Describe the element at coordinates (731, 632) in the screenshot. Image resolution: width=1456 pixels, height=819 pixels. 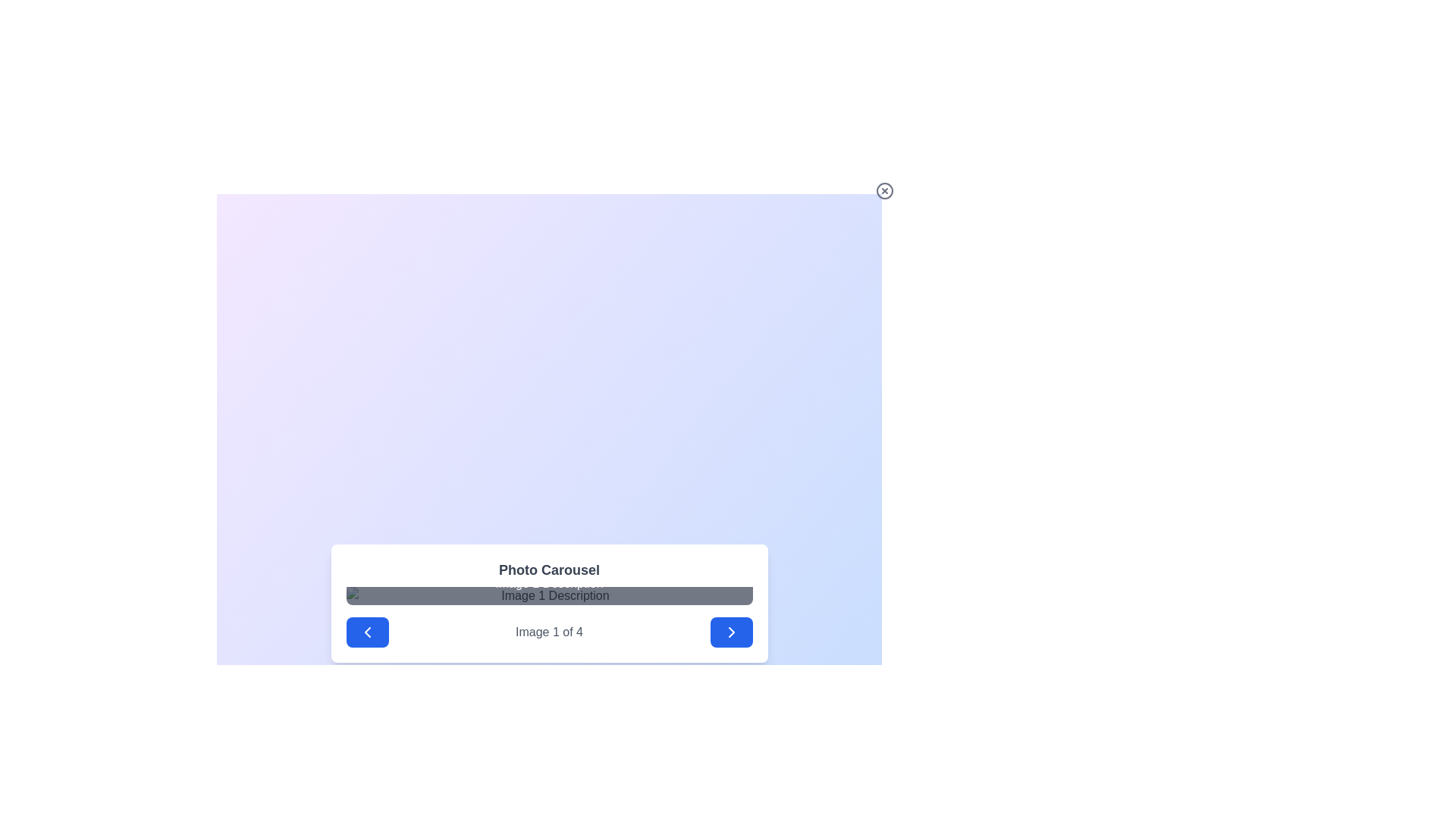
I see `the rounded rectangular button with a blue background and a white right chevron icon` at that location.